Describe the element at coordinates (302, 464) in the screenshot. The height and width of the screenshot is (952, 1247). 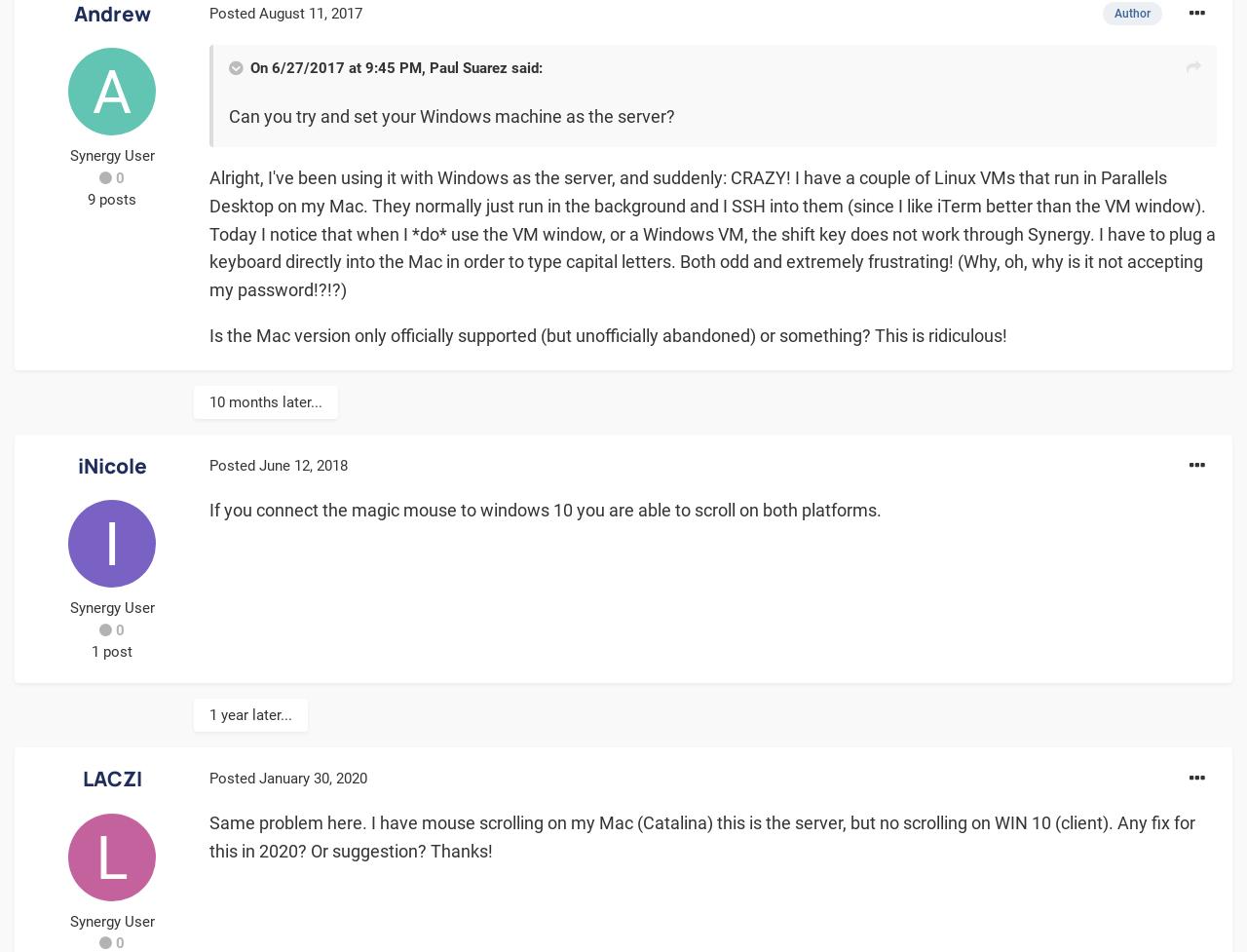
I see `'June 12, 2018'` at that location.